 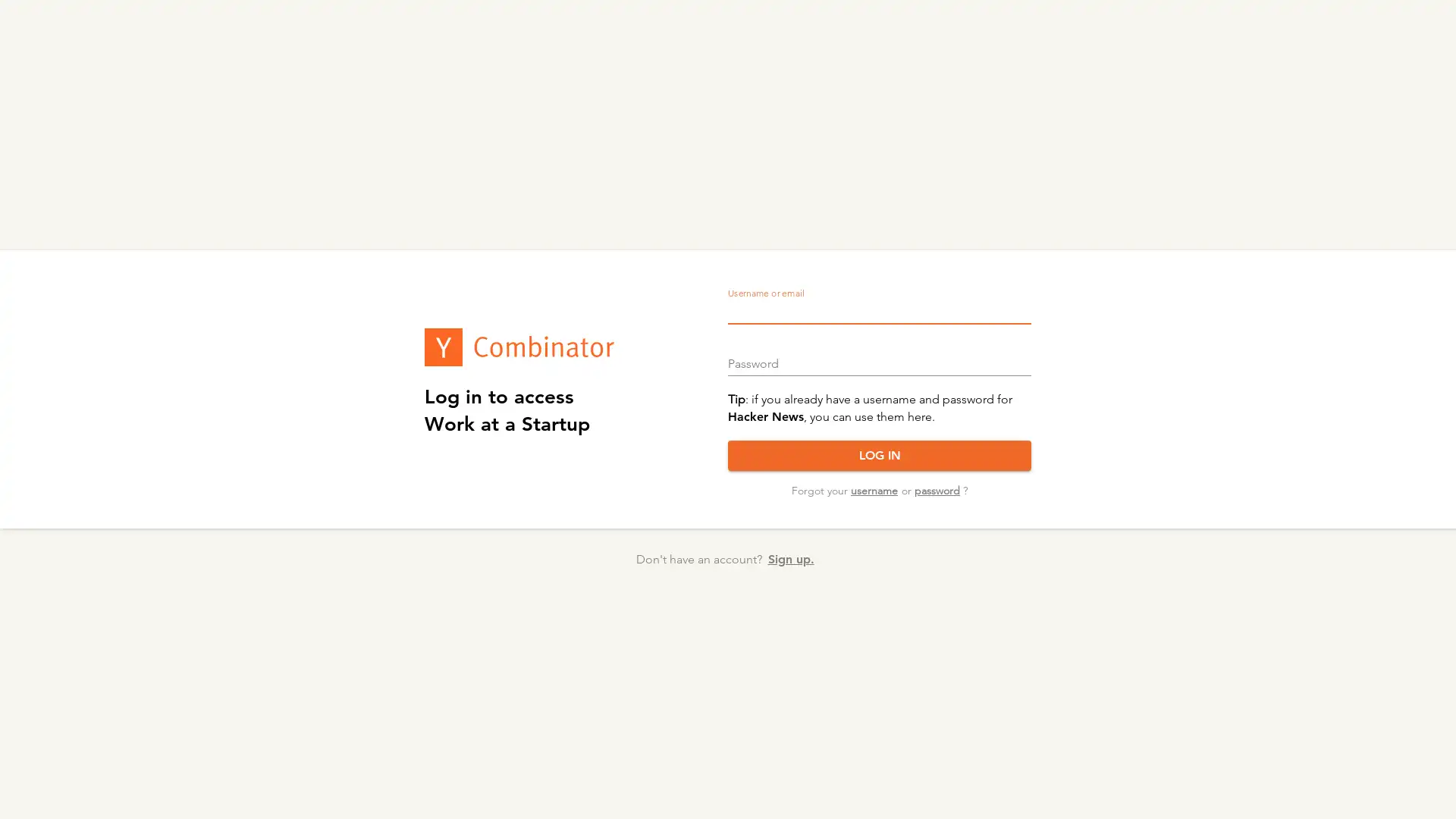 I want to click on password, so click(x=935, y=491).